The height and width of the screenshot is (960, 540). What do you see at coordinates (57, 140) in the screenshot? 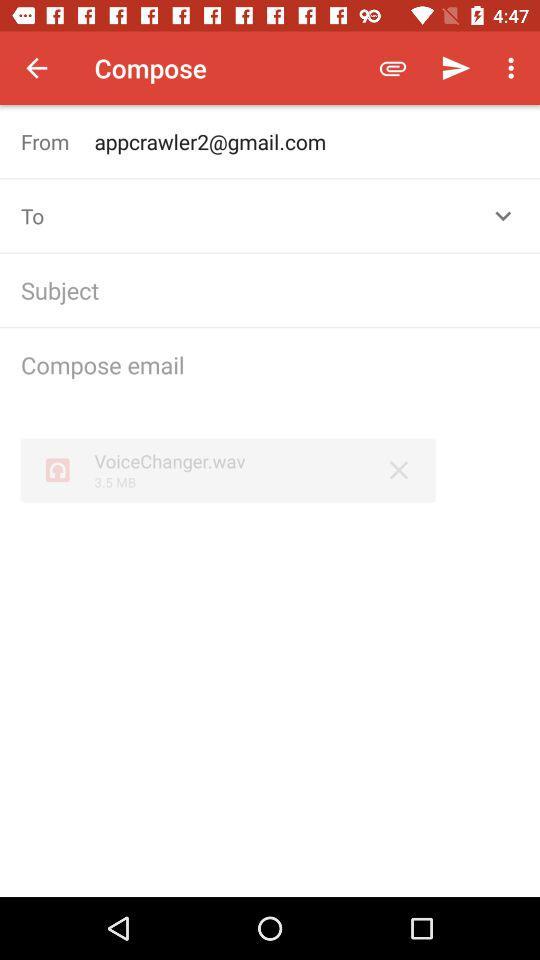
I see `the item to the left of appcrawler2@gmail.com icon` at bounding box center [57, 140].